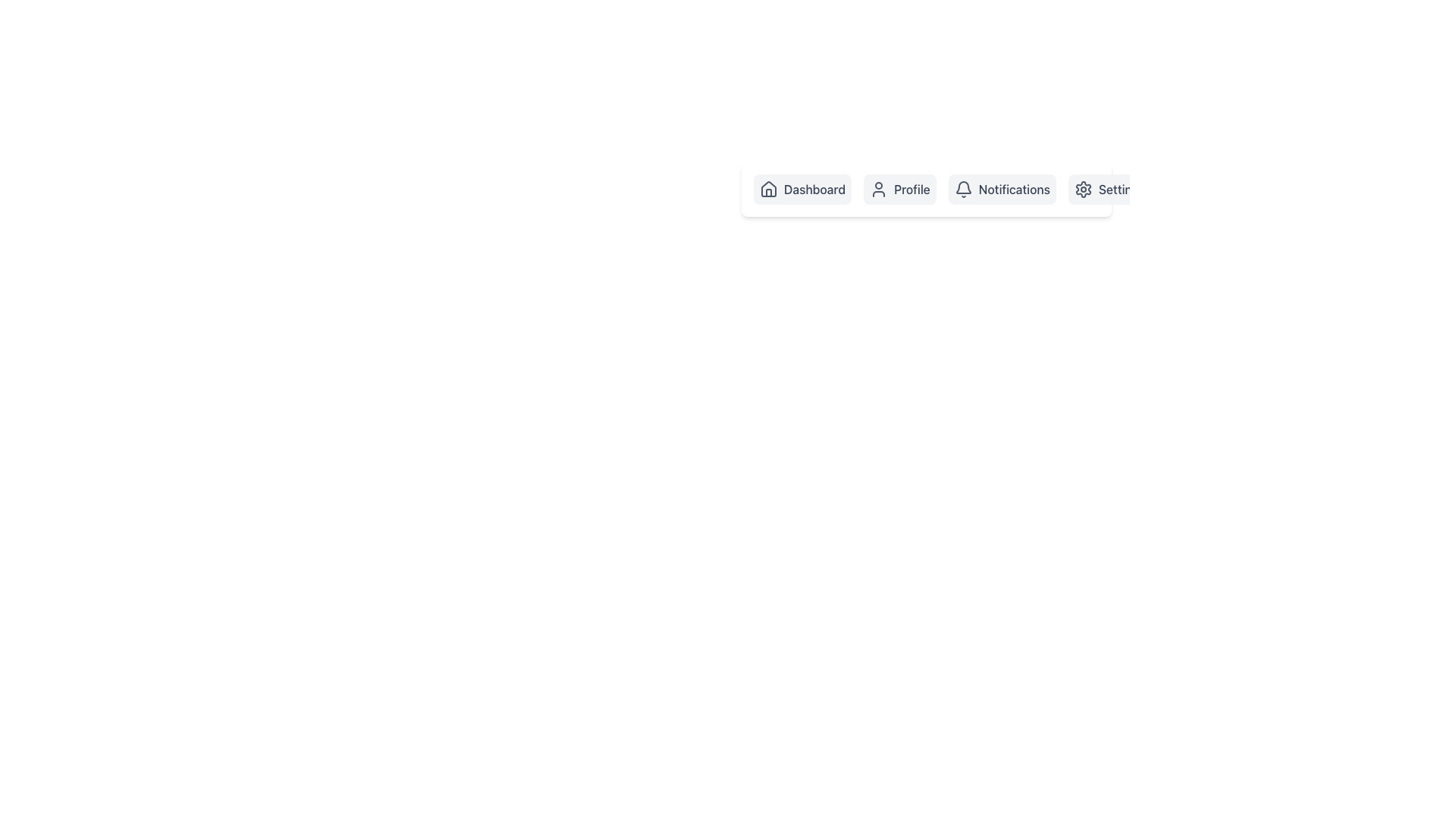  I want to click on the 'Settings' button in the horizontal navigation bar, so click(1109, 189).